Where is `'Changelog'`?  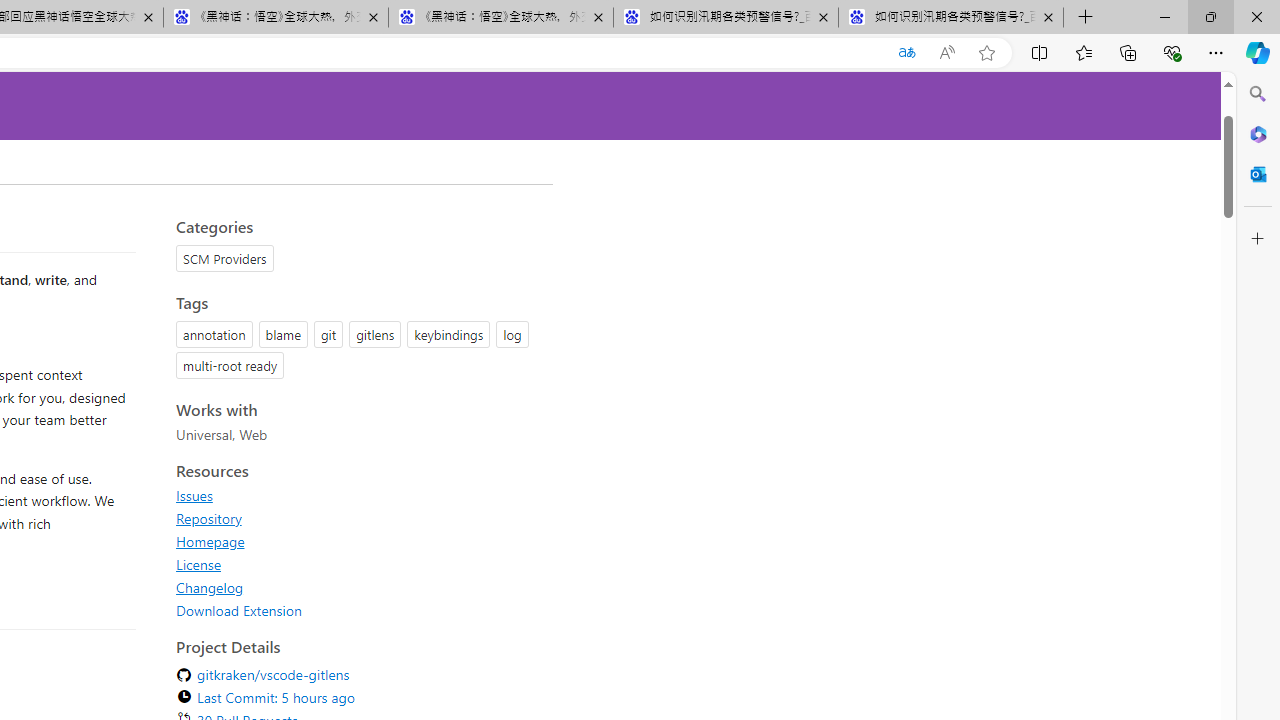
'Changelog' is located at coordinates (210, 586).